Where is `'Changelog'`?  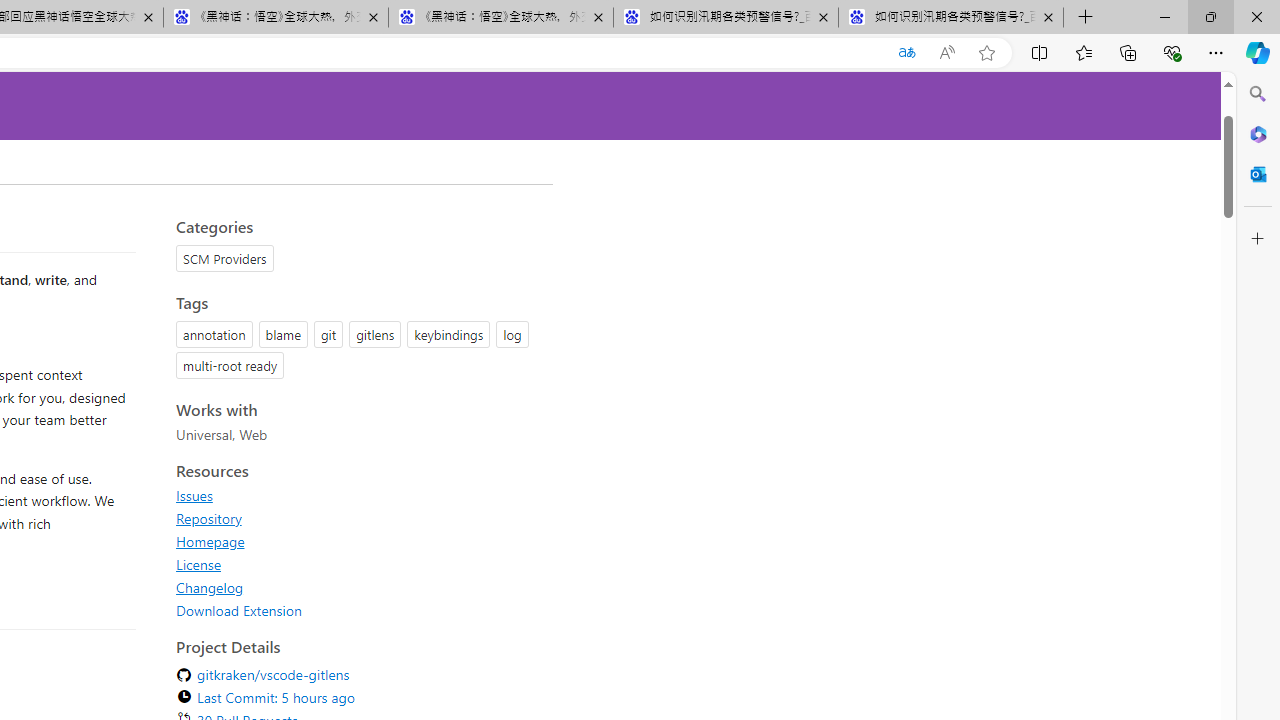
'Changelog' is located at coordinates (210, 586).